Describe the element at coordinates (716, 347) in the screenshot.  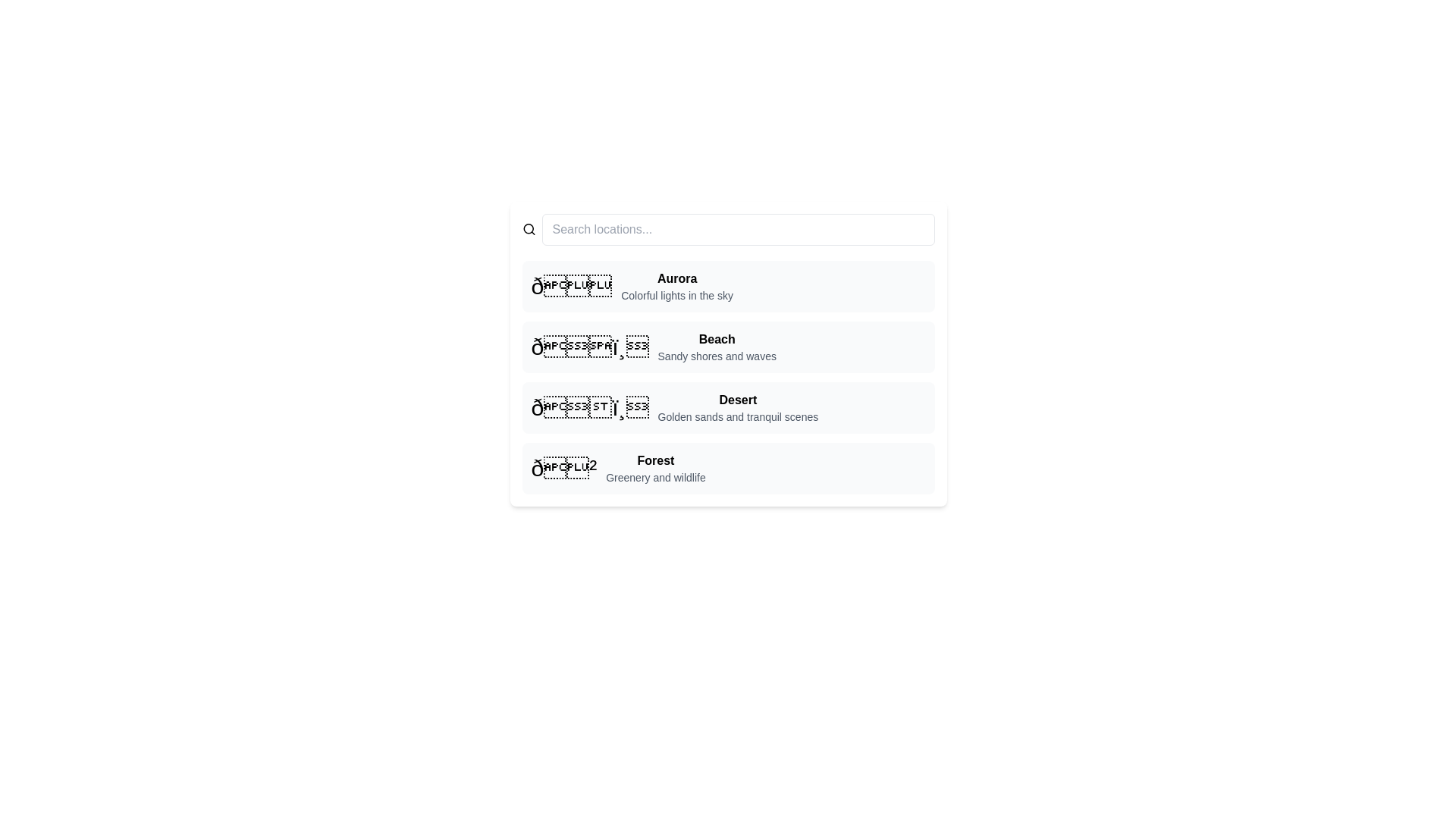
I see `descriptive text content of the label that indicates the 'Beach' location, which is positioned in the second row of a vertical list between 'Aurora' and 'Desert'` at that location.